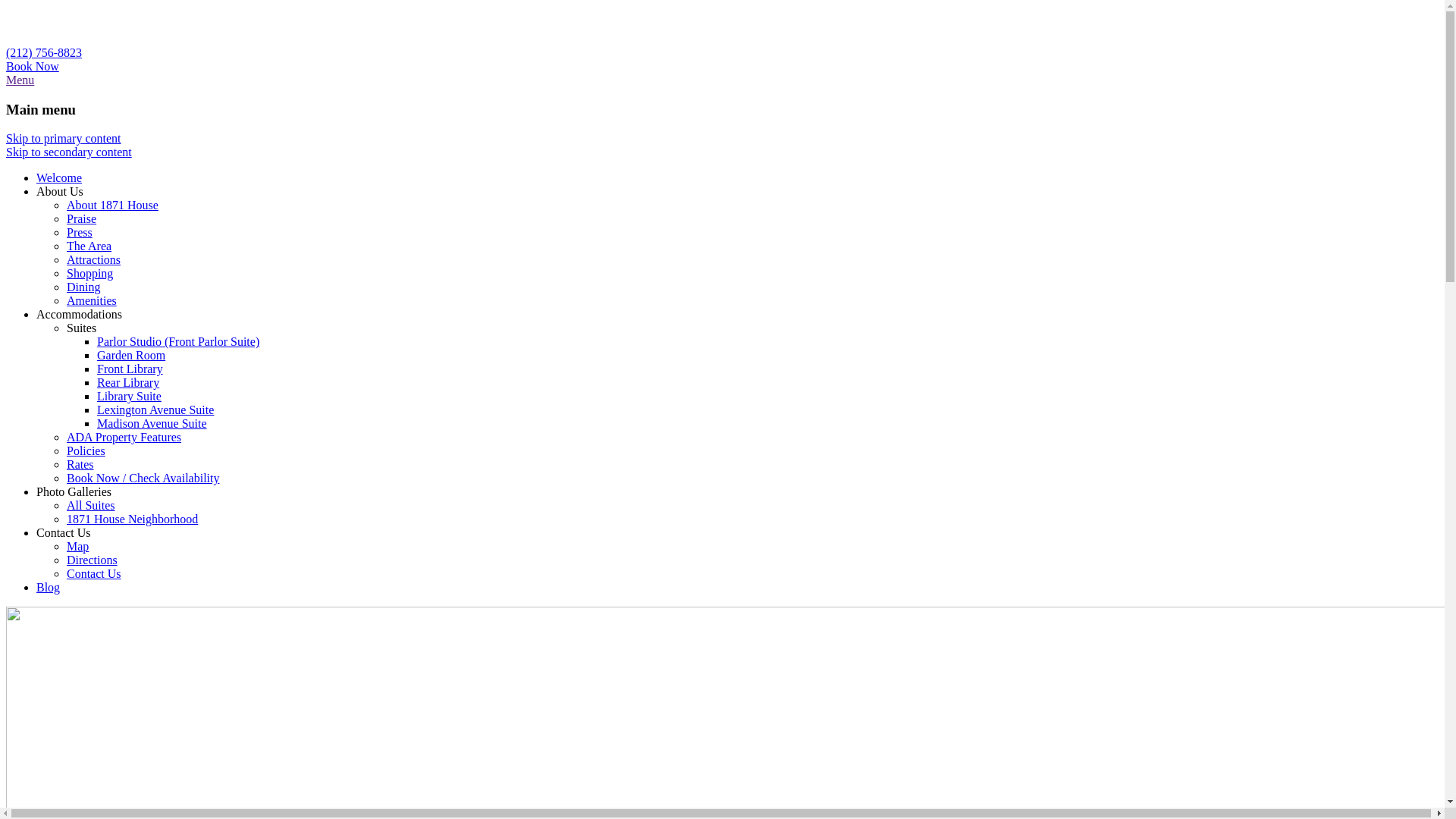  What do you see at coordinates (36, 586) in the screenshot?
I see `'Blog'` at bounding box center [36, 586].